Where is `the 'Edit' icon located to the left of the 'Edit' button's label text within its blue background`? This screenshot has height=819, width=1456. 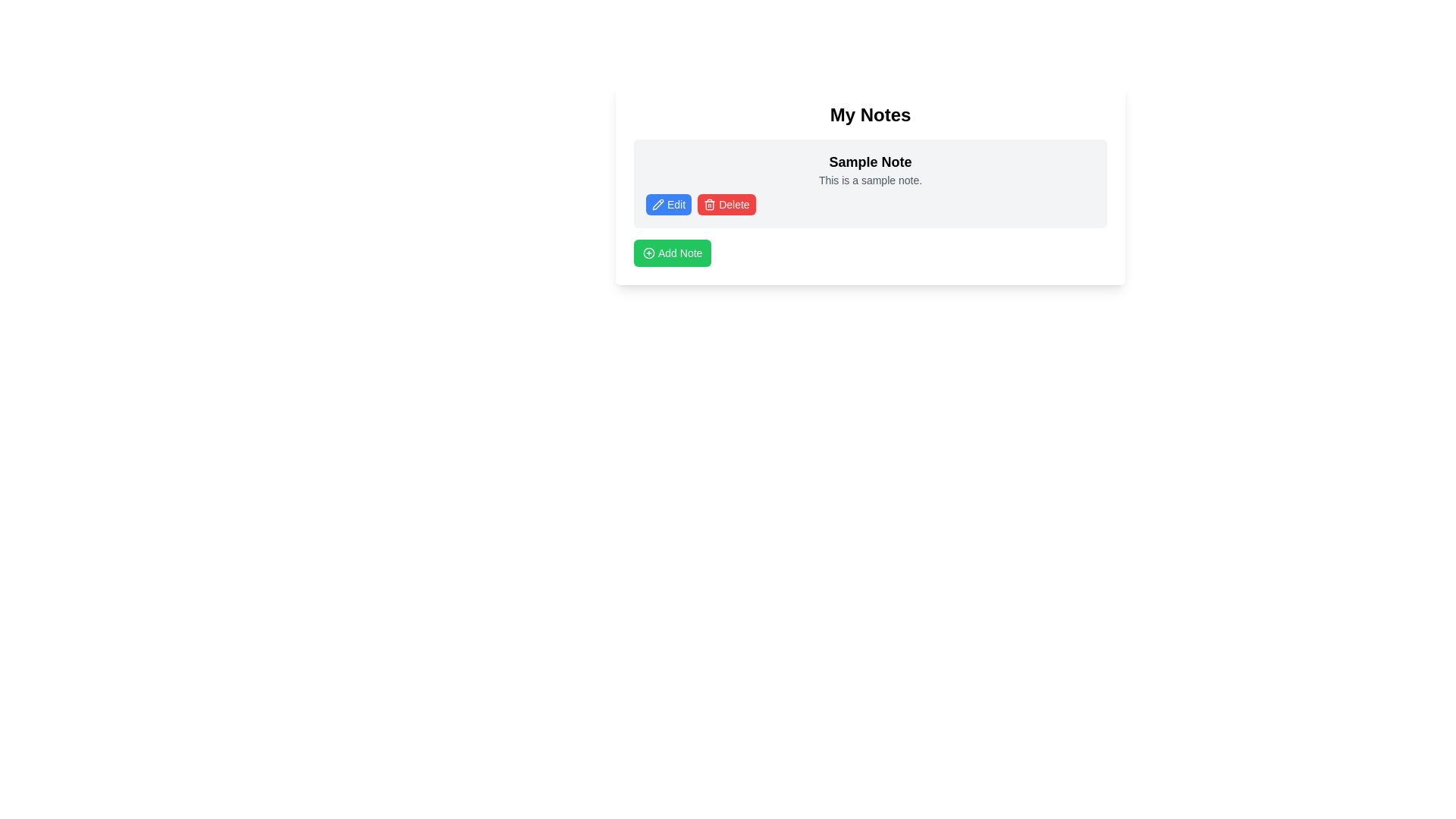
the 'Edit' icon located to the left of the 'Edit' button's label text within its blue background is located at coordinates (658, 205).